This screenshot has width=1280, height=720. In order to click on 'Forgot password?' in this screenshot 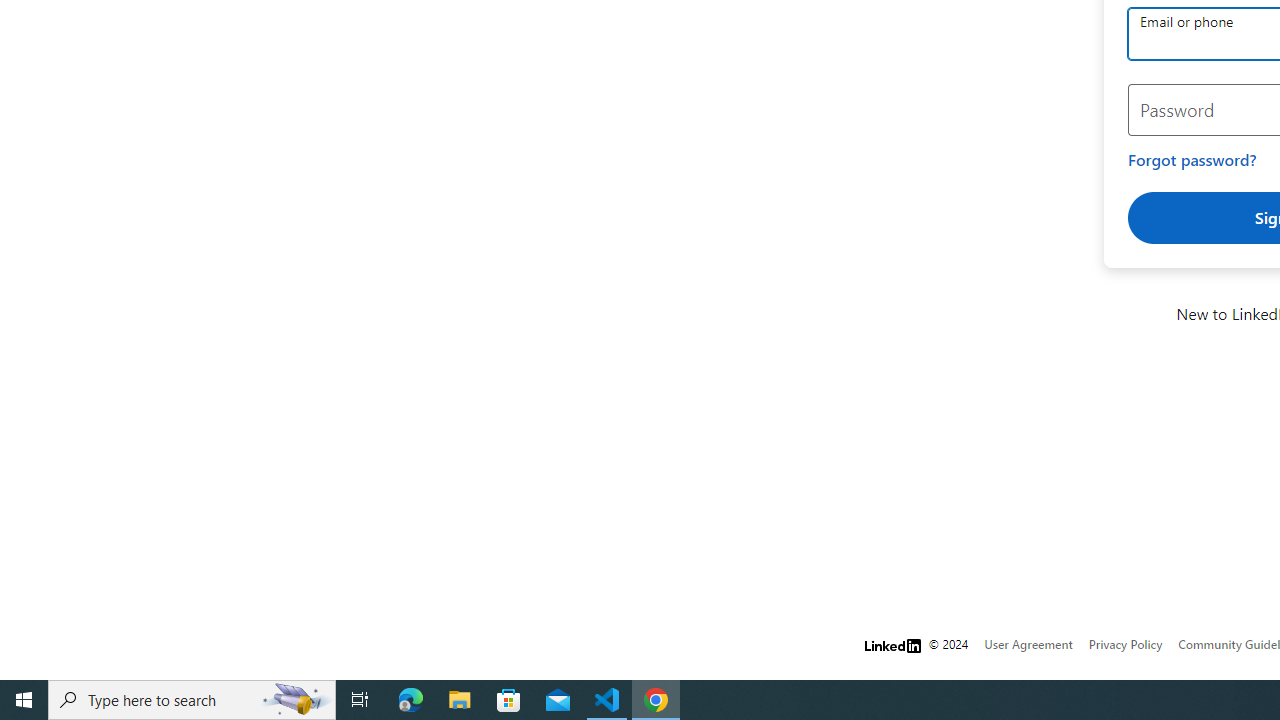, I will do `click(1192, 159)`.